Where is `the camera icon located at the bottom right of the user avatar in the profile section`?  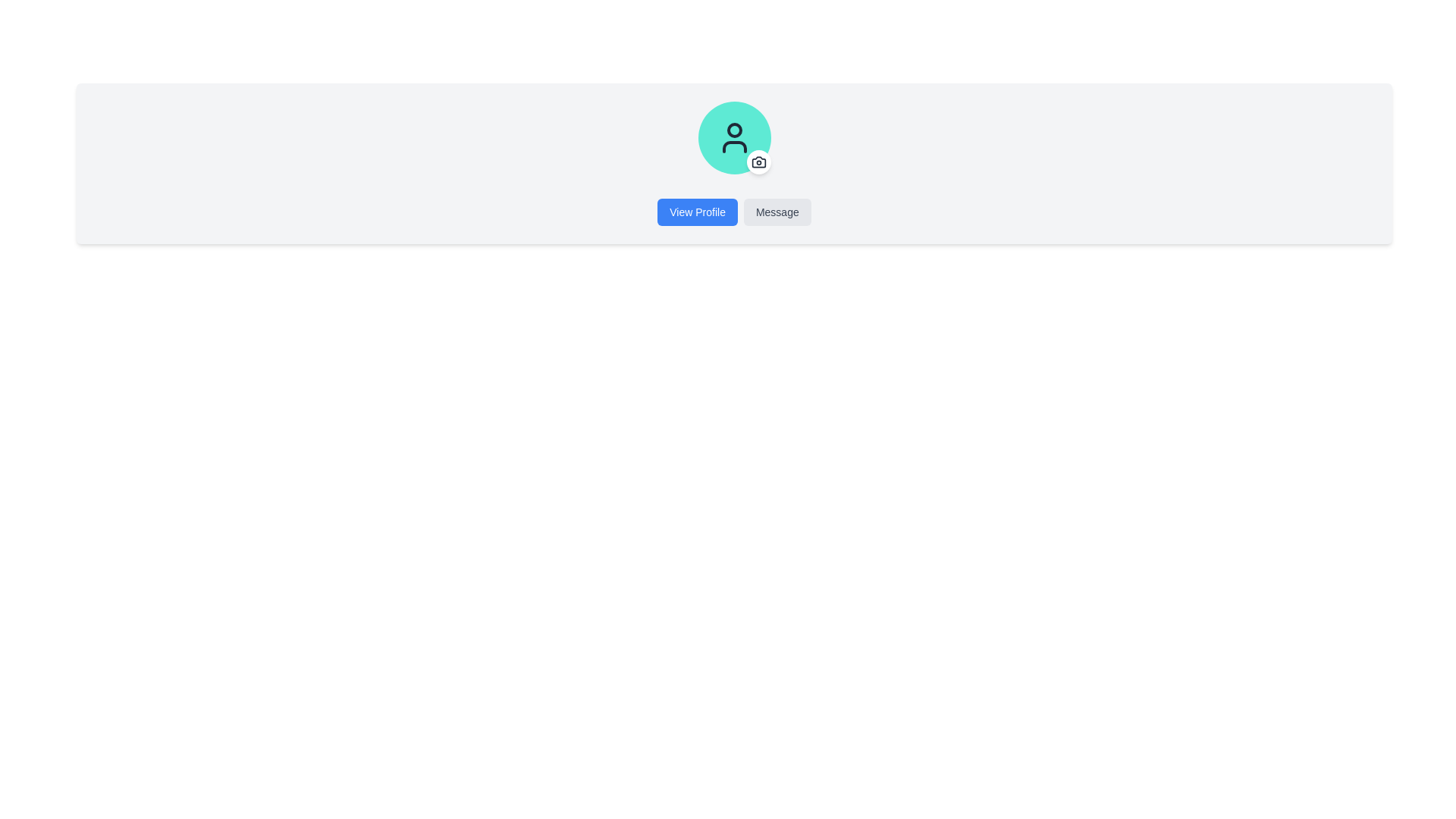
the camera icon located at the bottom right of the user avatar in the profile section is located at coordinates (758, 162).